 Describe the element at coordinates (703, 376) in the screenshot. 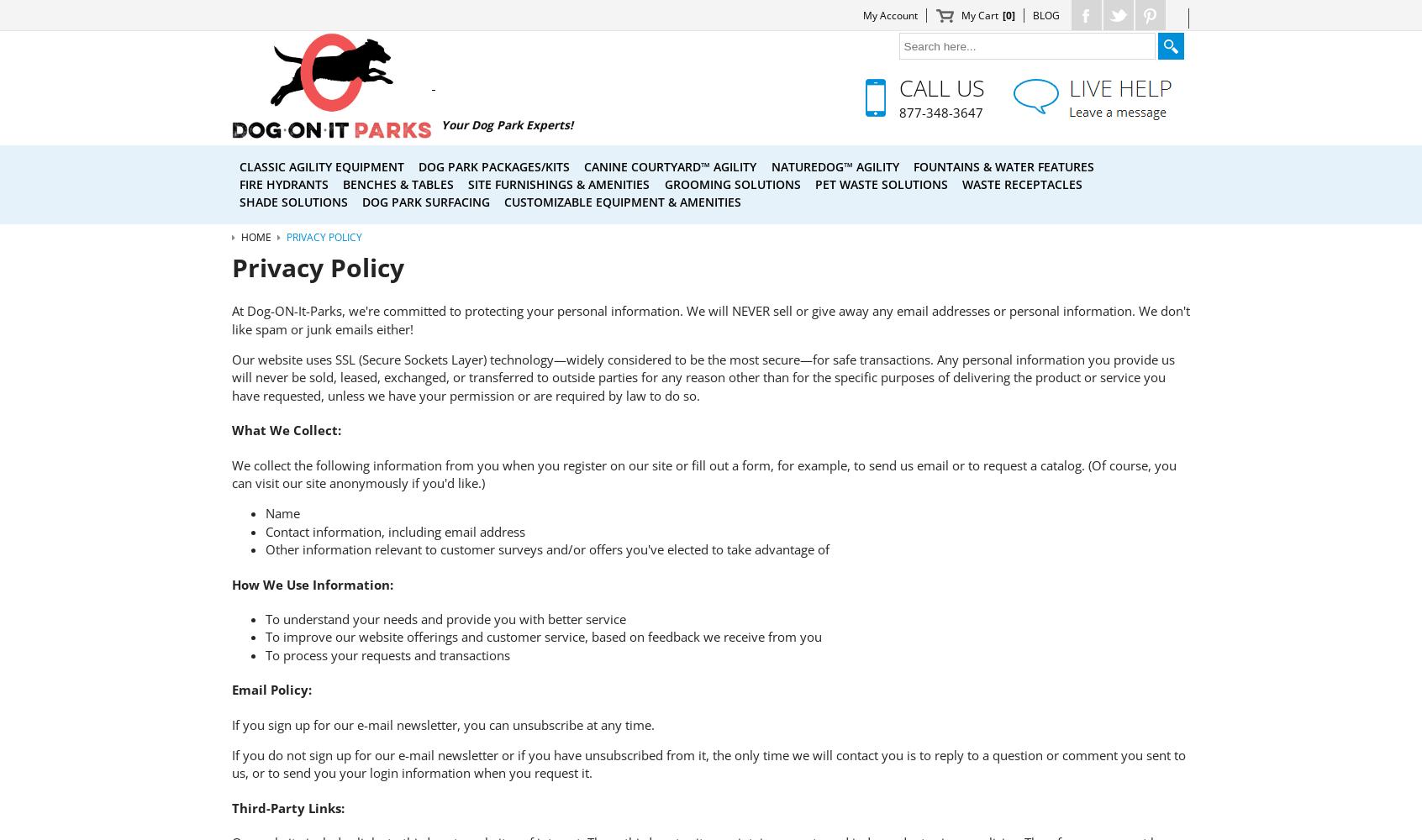

I see `'Our website uses SSL (Secure Sockets Layer) technology—widely considered to be the most secure—for safe transactions. Any personal information you provide us will never be sold, leased, exchanged, or transferred to outside parties for any reason other than for the specific purposes of delivering the product or service you have requested, unless we have your permission or are required by law to do so.'` at that location.